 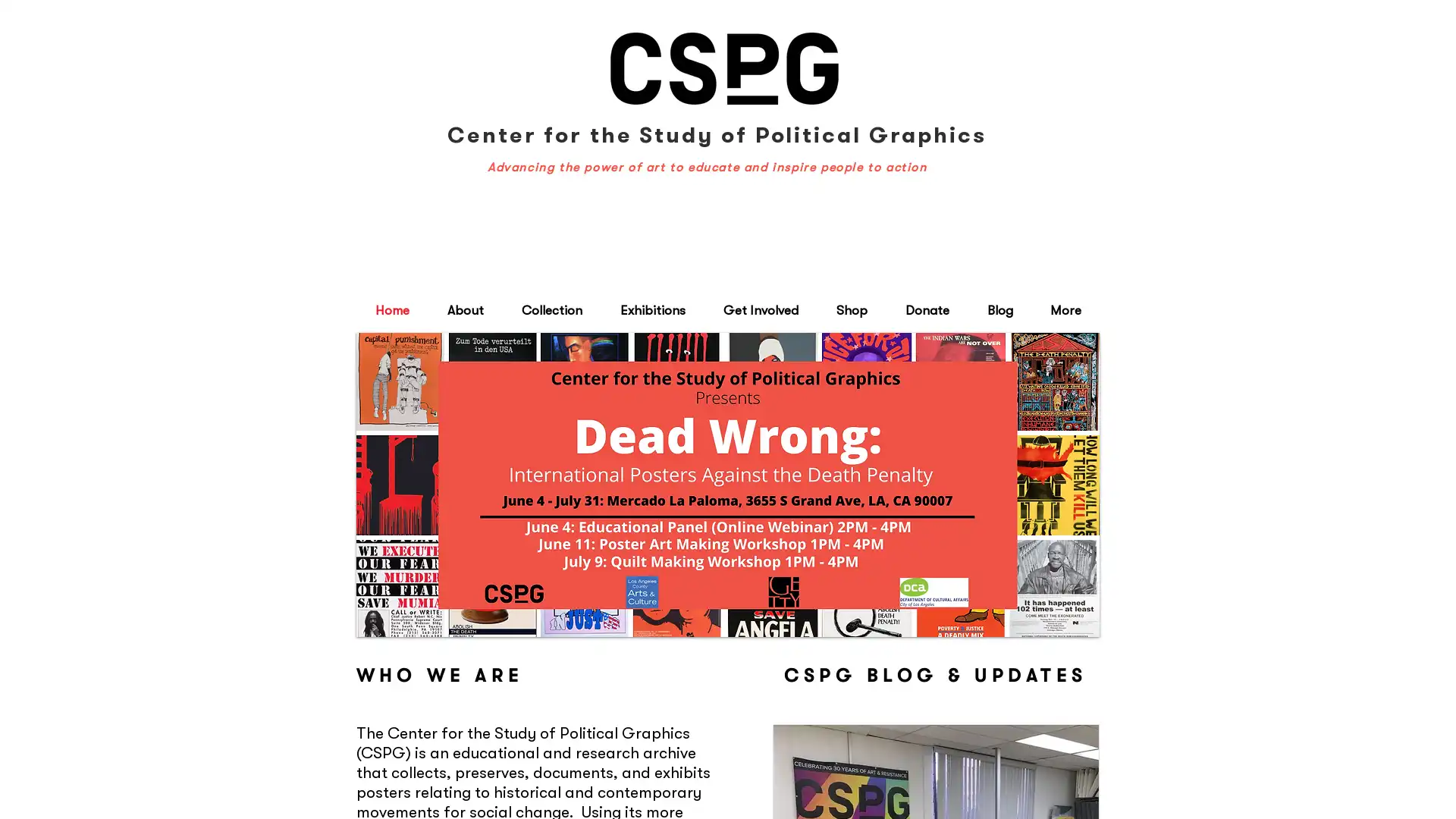 What do you see at coordinates (1066, 485) in the screenshot?
I see `next` at bounding box center [1066, 485].